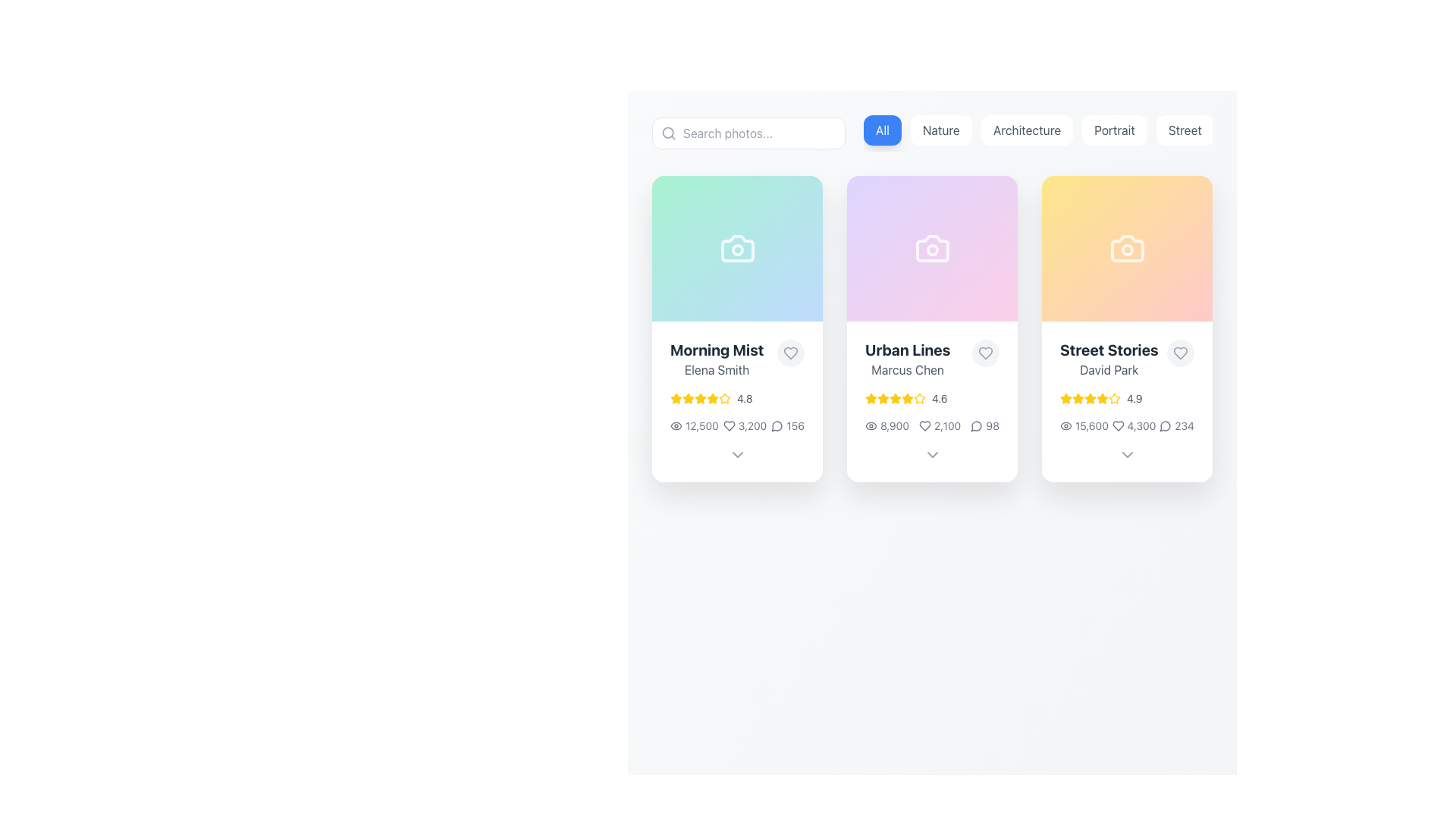 Image resolution: width=1456 pixels, height=819 pixels. Describe the element at coordinates (676, 397) in the screenshot. I see `the first star icon in the 'Morning Mist' card, which represents a rating in the rating system` at that location.